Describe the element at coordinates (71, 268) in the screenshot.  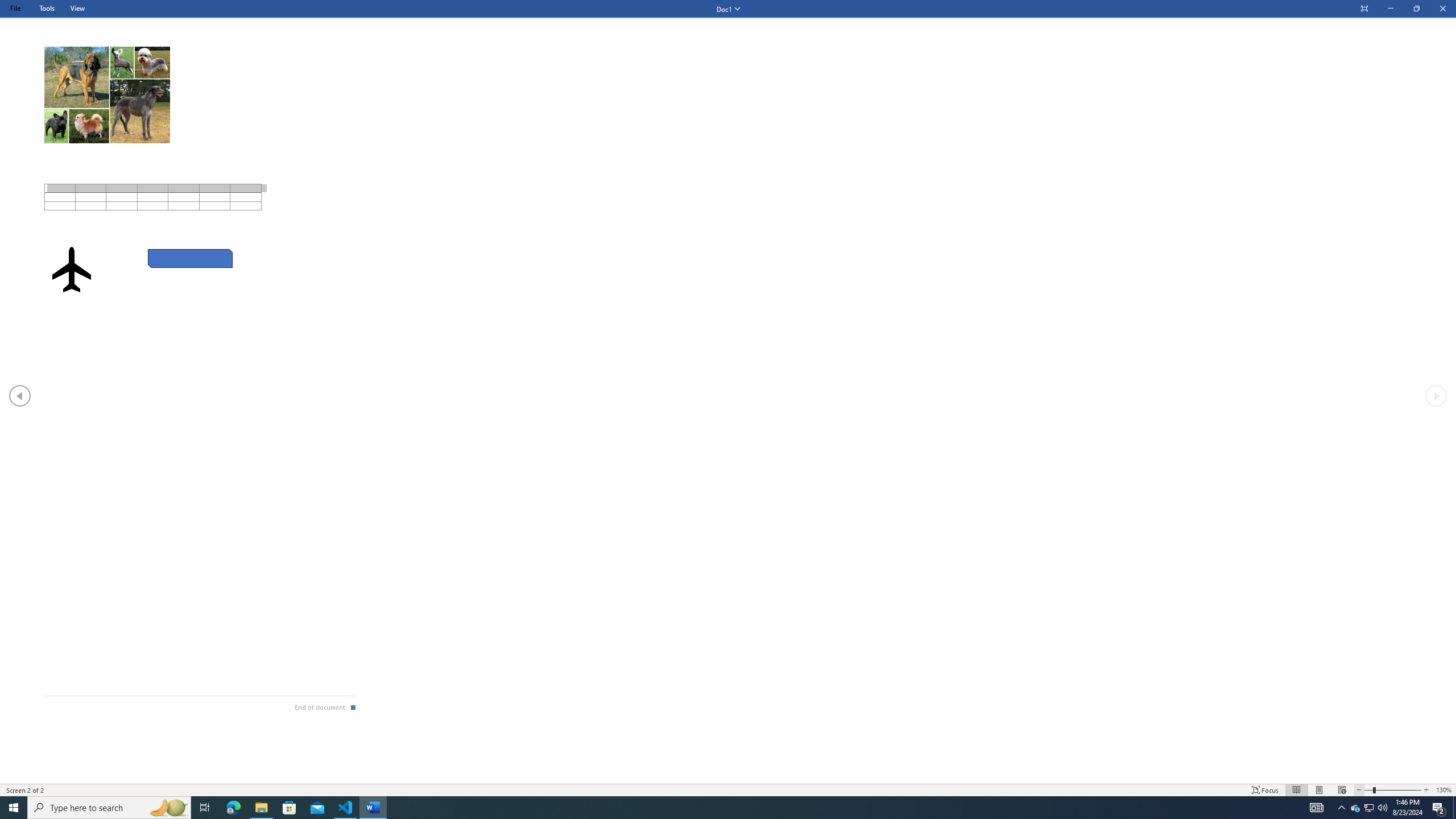
I see `'Airplane with solid fill'` at that location.